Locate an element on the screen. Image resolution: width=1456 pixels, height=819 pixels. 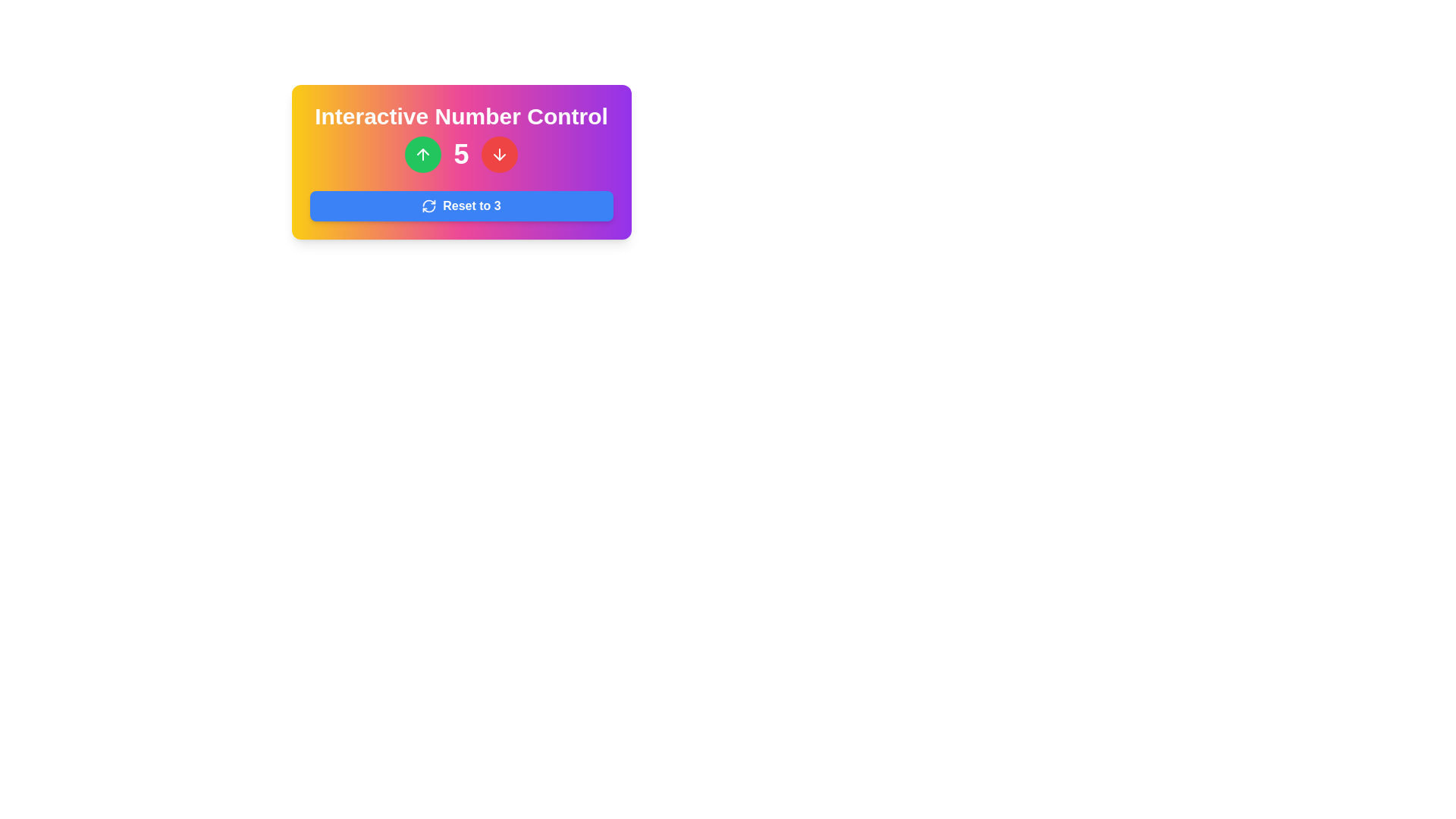
the text label 'Interactive Number Control' which is prominently styled in bold, large font at the top of its card with a multicolored gradient background is located at coordinates (460, 116).